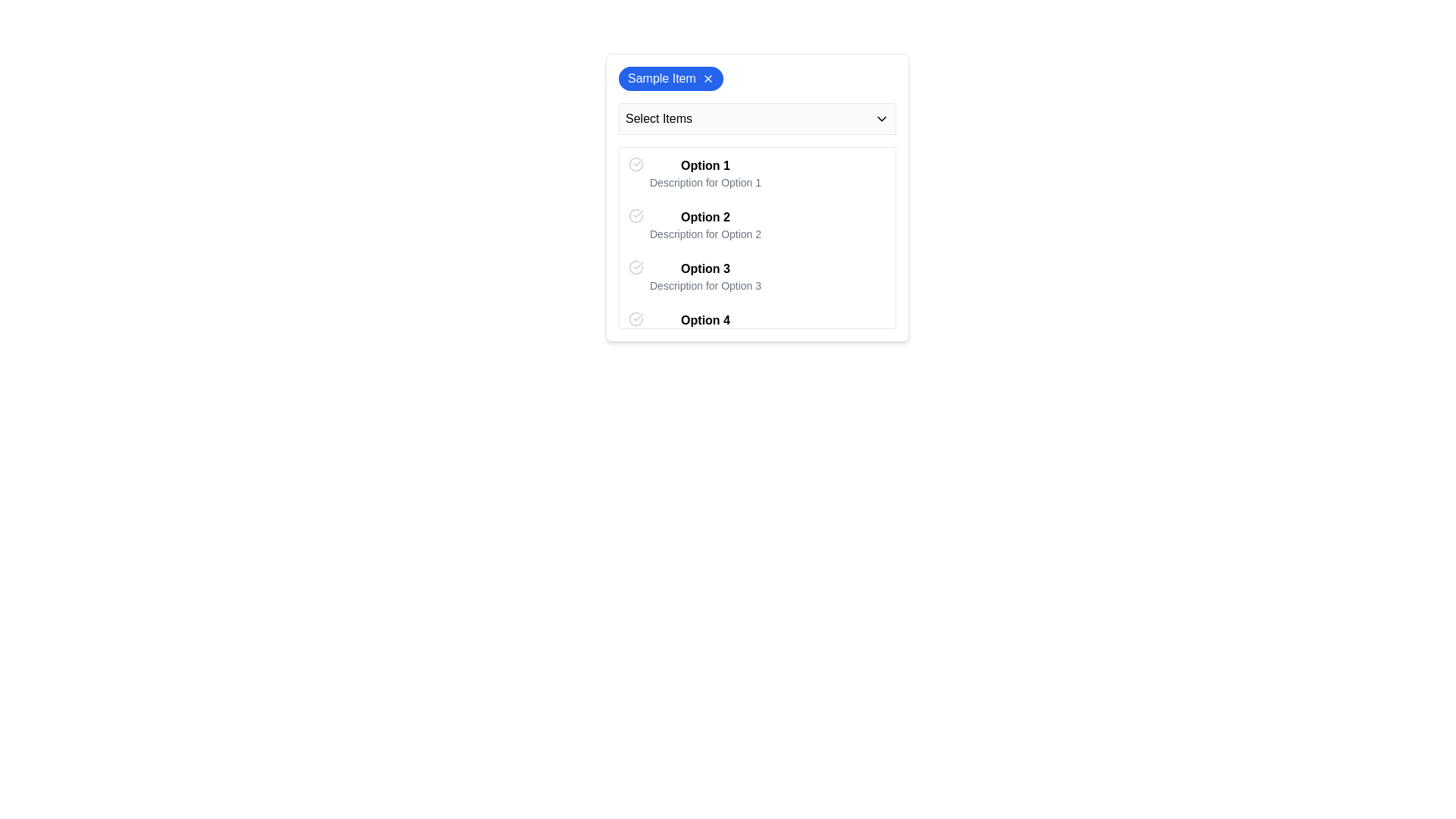  I want to click on the list item displaying 'Option 2', so click(757, 197).